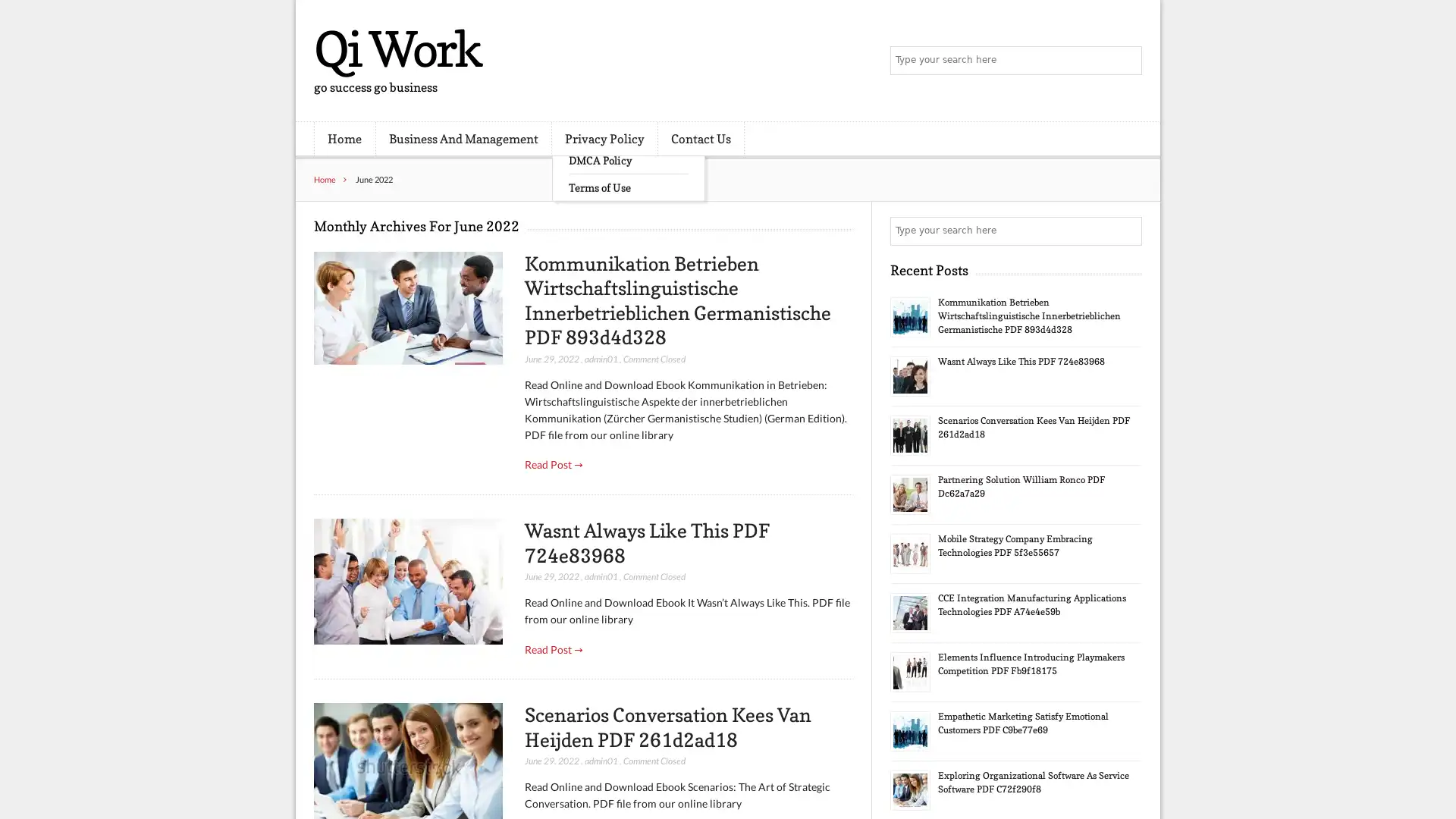 This screenshot has height=819, width=1456. I want to click on Search, so click(1126, 231).